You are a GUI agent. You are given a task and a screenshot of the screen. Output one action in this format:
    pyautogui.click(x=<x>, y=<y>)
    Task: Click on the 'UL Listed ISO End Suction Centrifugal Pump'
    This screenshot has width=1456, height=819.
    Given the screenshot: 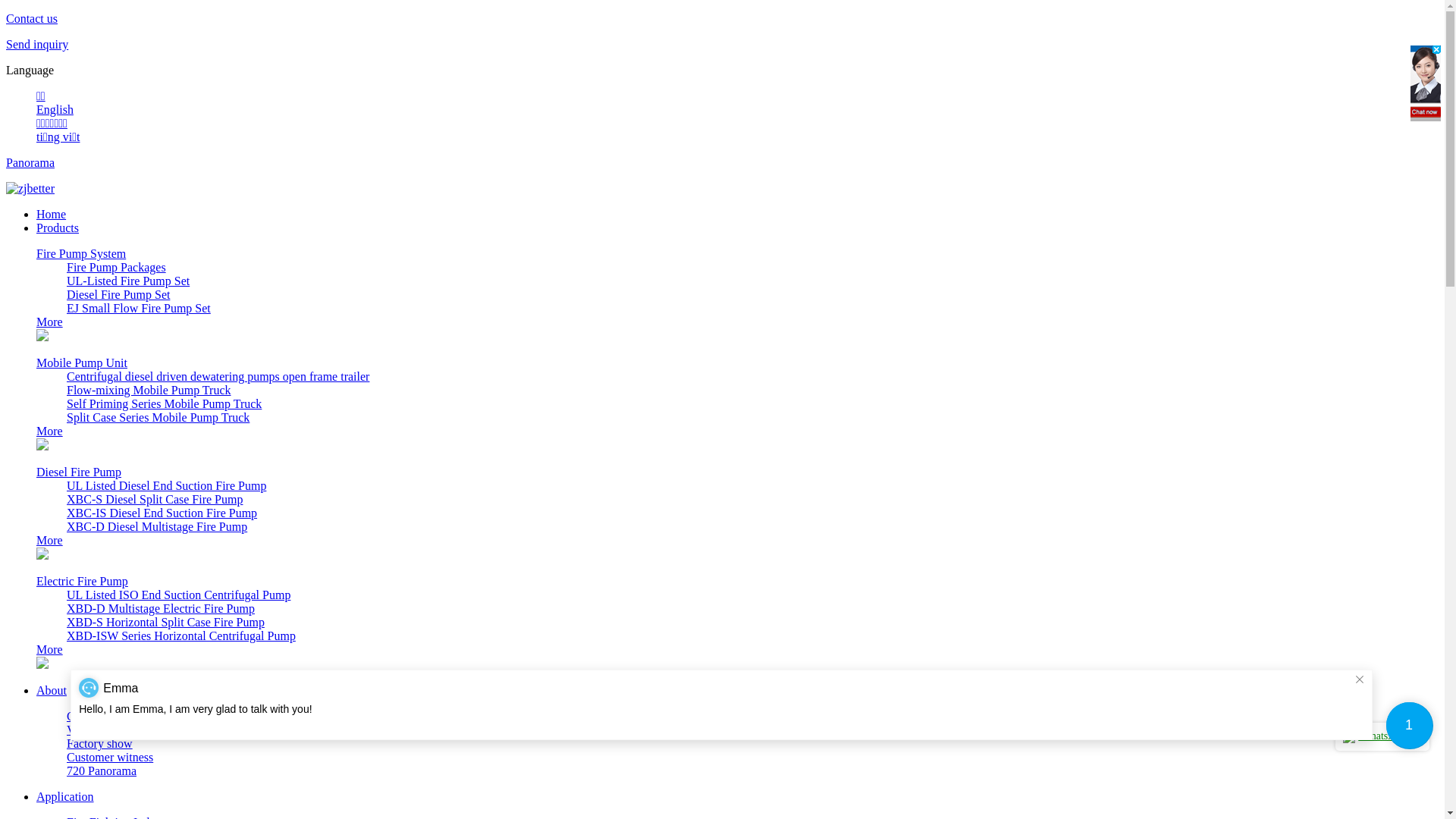 What is the action you would take?
    pyautogui.click(x=178, y=594)
    